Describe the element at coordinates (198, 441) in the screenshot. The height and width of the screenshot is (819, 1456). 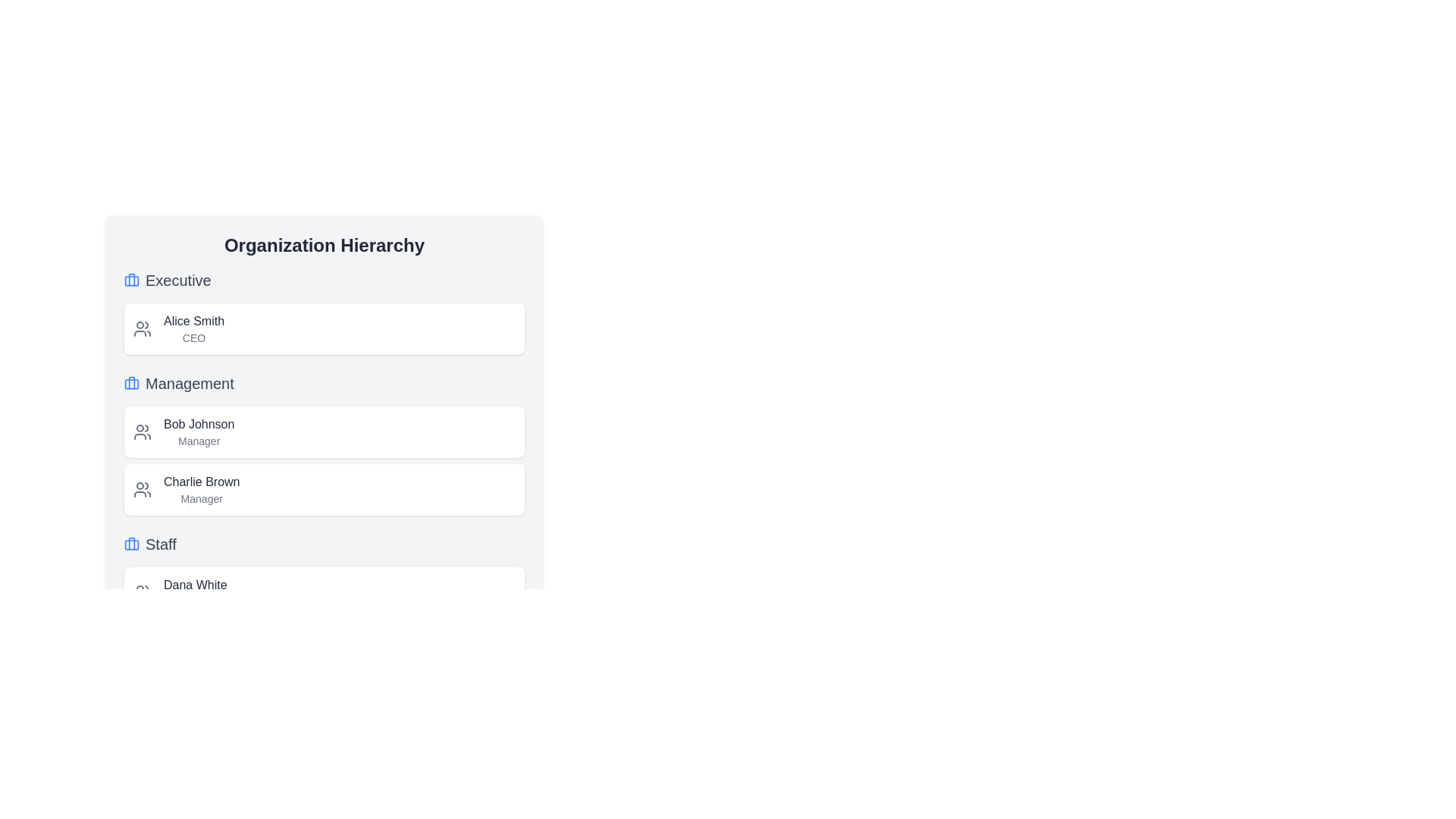
I see `the non-interactive text label indicating the job title associated with 'Bob Johnson', located below the text 'Bob Johnson' in the 'Management' section` at that location.